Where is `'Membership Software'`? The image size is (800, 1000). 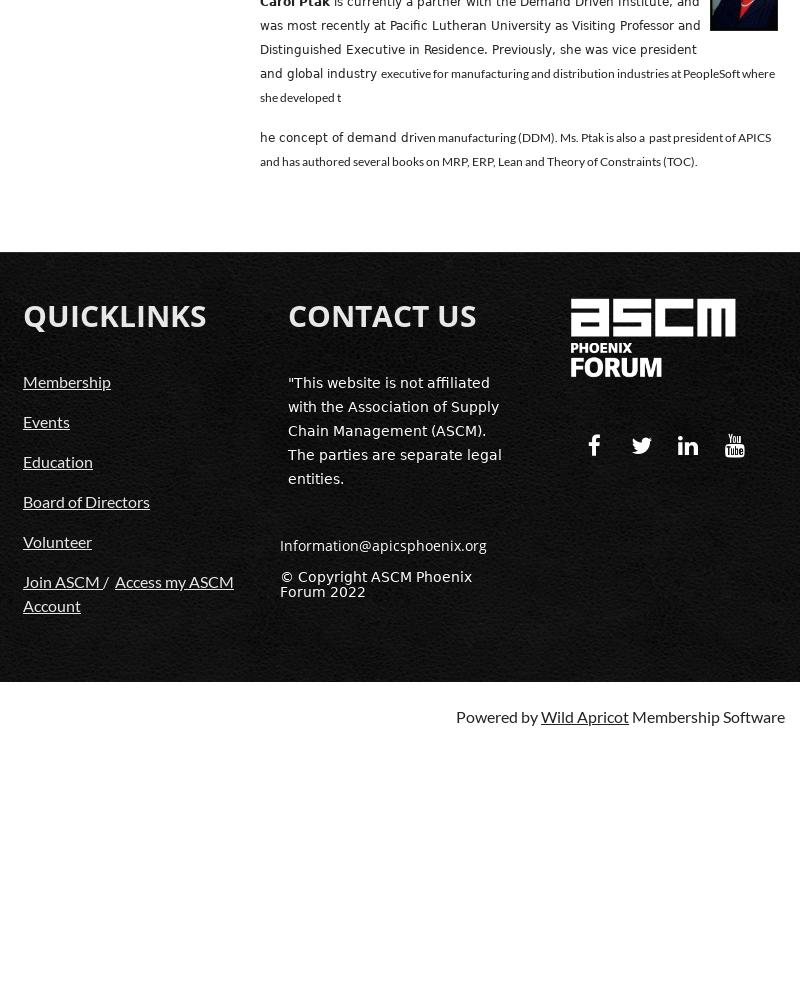 'Membership Software' is located at coordinates (706, 714).